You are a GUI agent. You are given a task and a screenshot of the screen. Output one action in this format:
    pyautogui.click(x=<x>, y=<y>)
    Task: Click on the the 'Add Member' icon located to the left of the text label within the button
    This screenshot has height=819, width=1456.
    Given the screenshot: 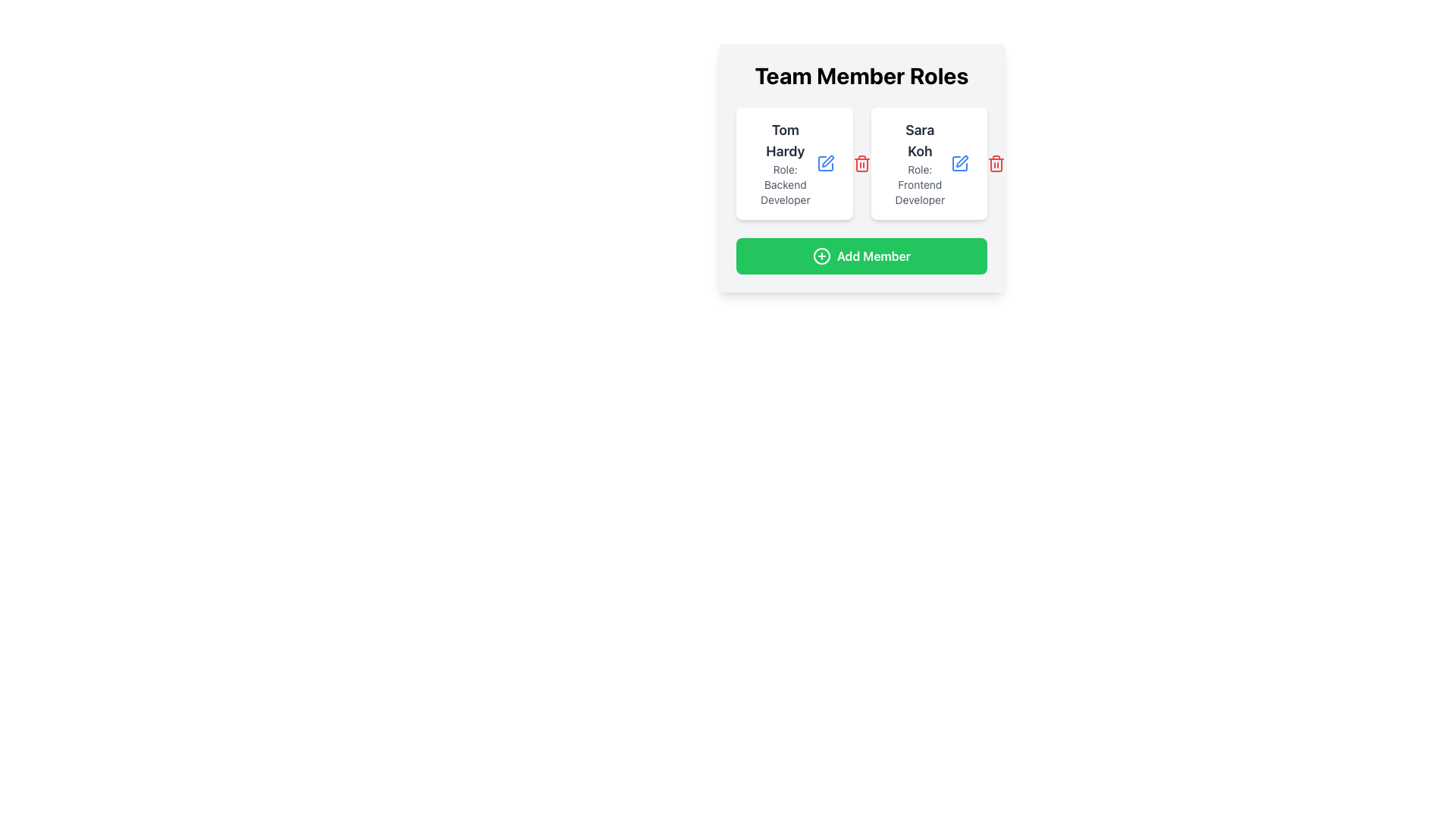 What is the action you would take?
    pyautogui.click(x=821, y=256)
    